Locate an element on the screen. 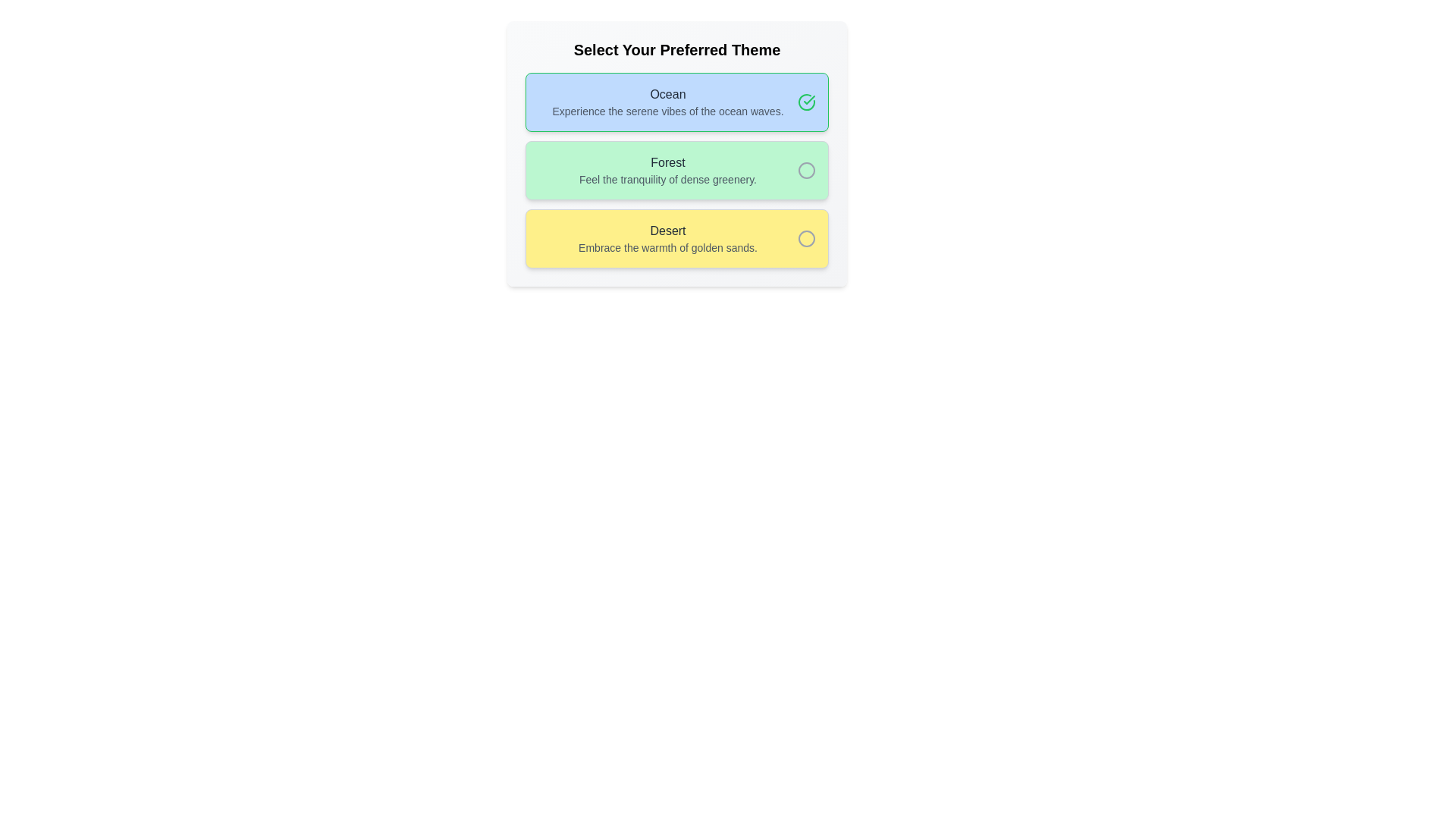 The width and height of the screenshot is (1456, 819). the circular radio button element with a gray outline located to the right of the 'Desert' option in the selectable themes list is located at coordinates (806, 239).